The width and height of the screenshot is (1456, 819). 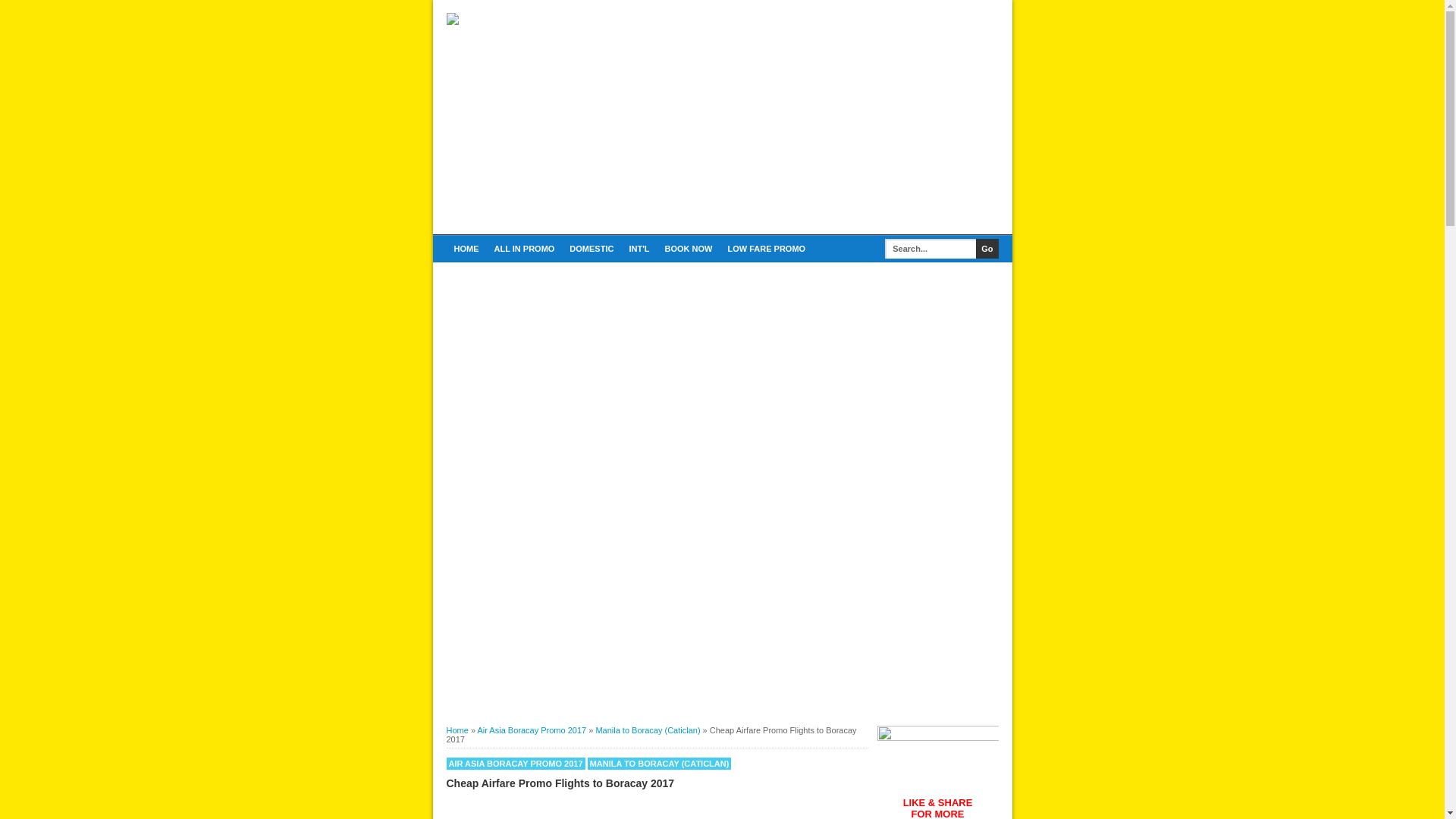 What do you see at coordinates (648, 730) in the screenshot?
I see `'Manila to Boracay (Caticlan)'` at bounding box center [648, 730].